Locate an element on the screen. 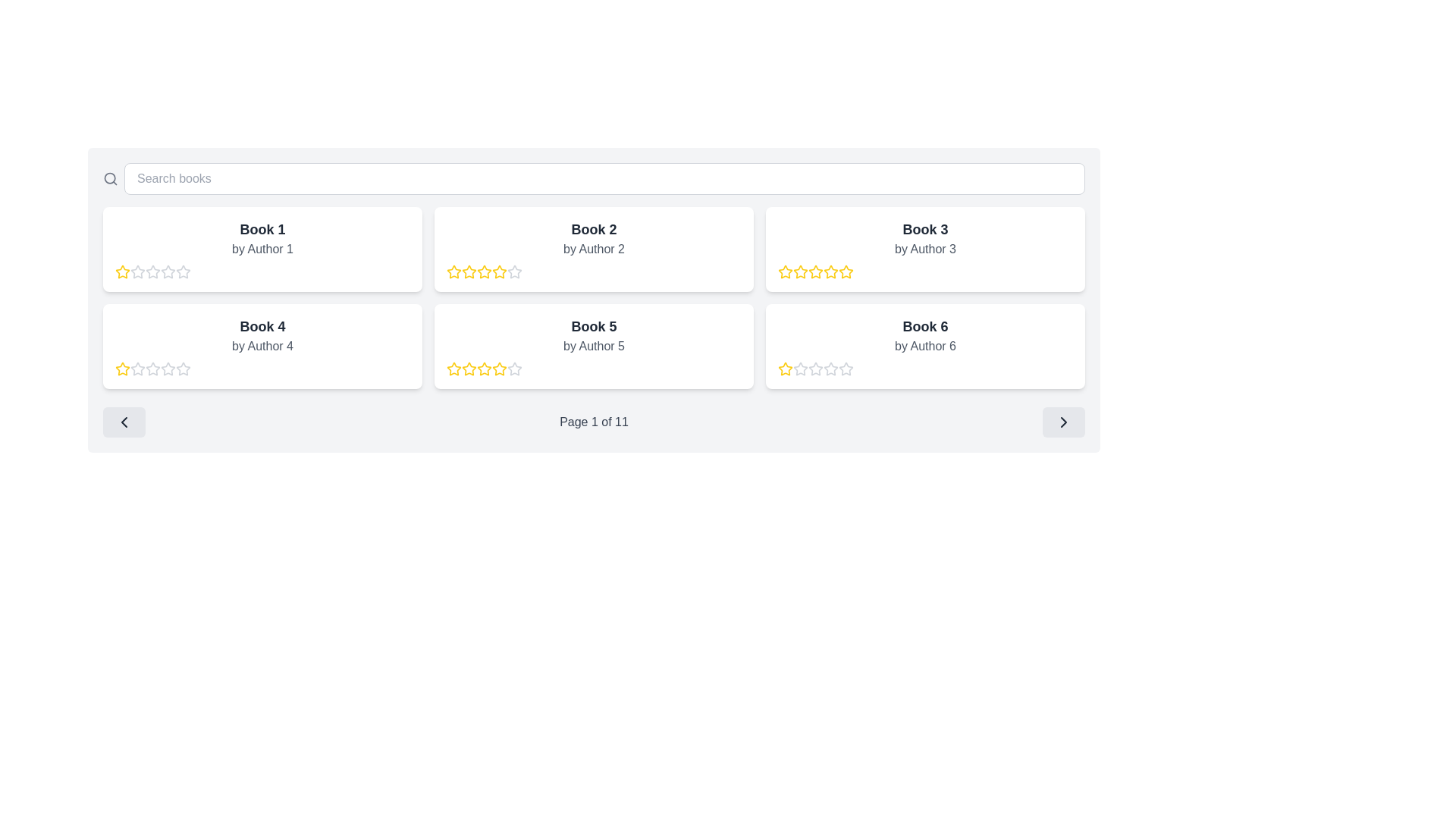 This screenshot has height=819, width=1456. the first rating star icon located below the card for 'Book 2 by Author 2' in the second column of the first row of books displayed is located at coordinates (453, 271).